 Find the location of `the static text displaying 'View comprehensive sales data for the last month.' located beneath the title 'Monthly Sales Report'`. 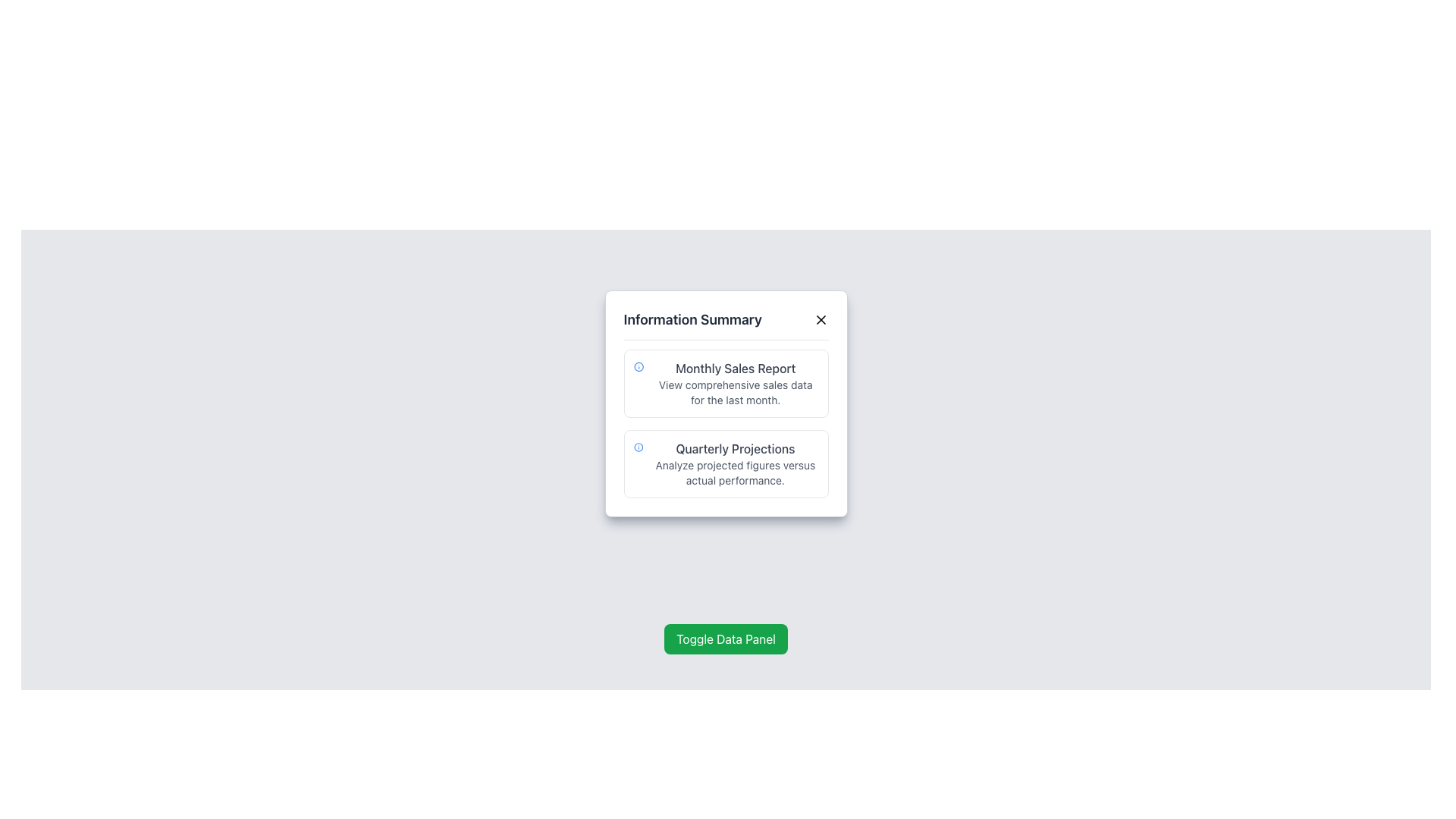

the static text displaying 'View comprehensive sales data for the last month.' located beneath the title 'Monthly Sales Report' is located at coordinates (736, 391).